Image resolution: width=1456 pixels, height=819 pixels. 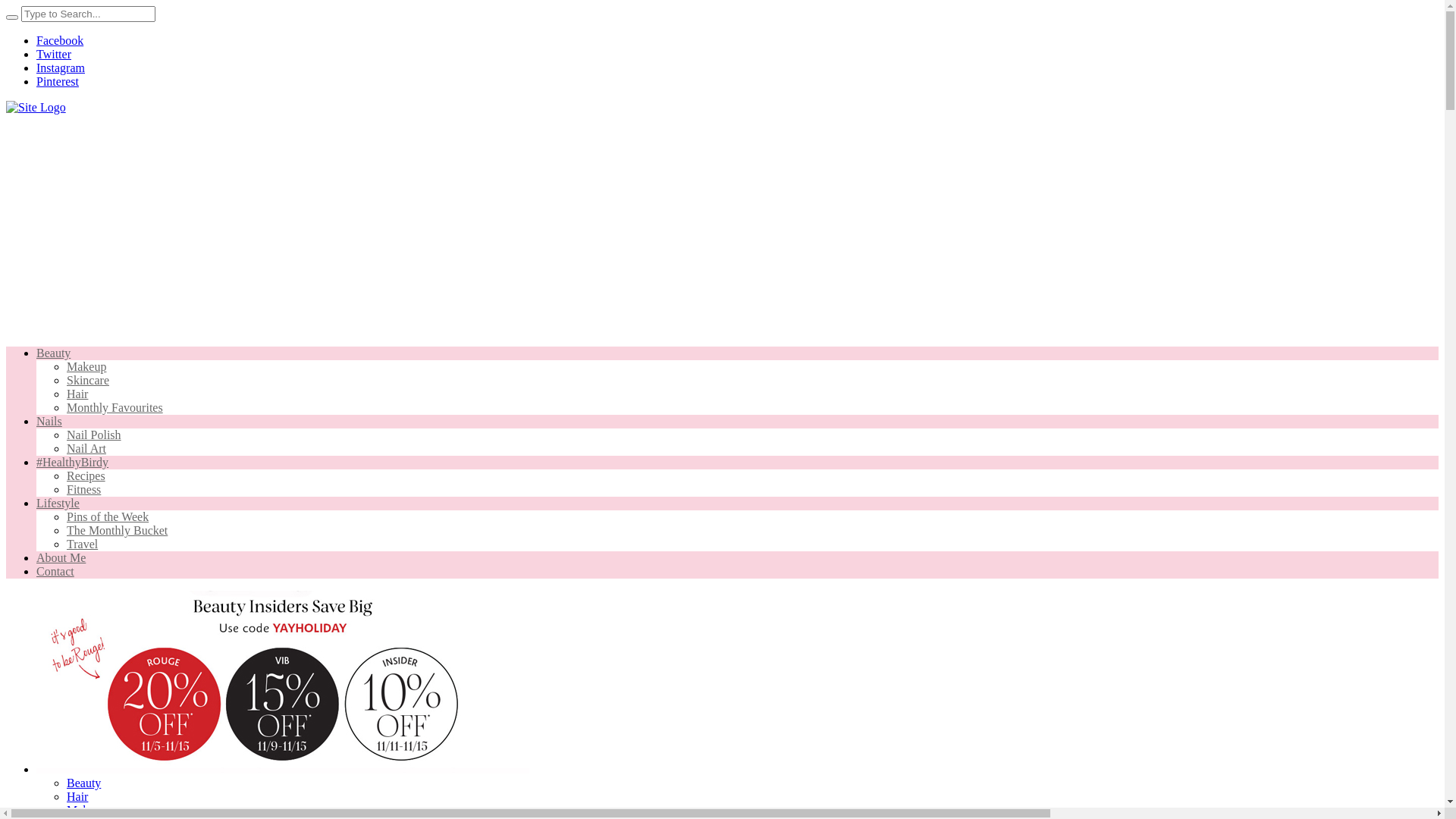 I want to click on 'Hair', so click(x=76, y=393).